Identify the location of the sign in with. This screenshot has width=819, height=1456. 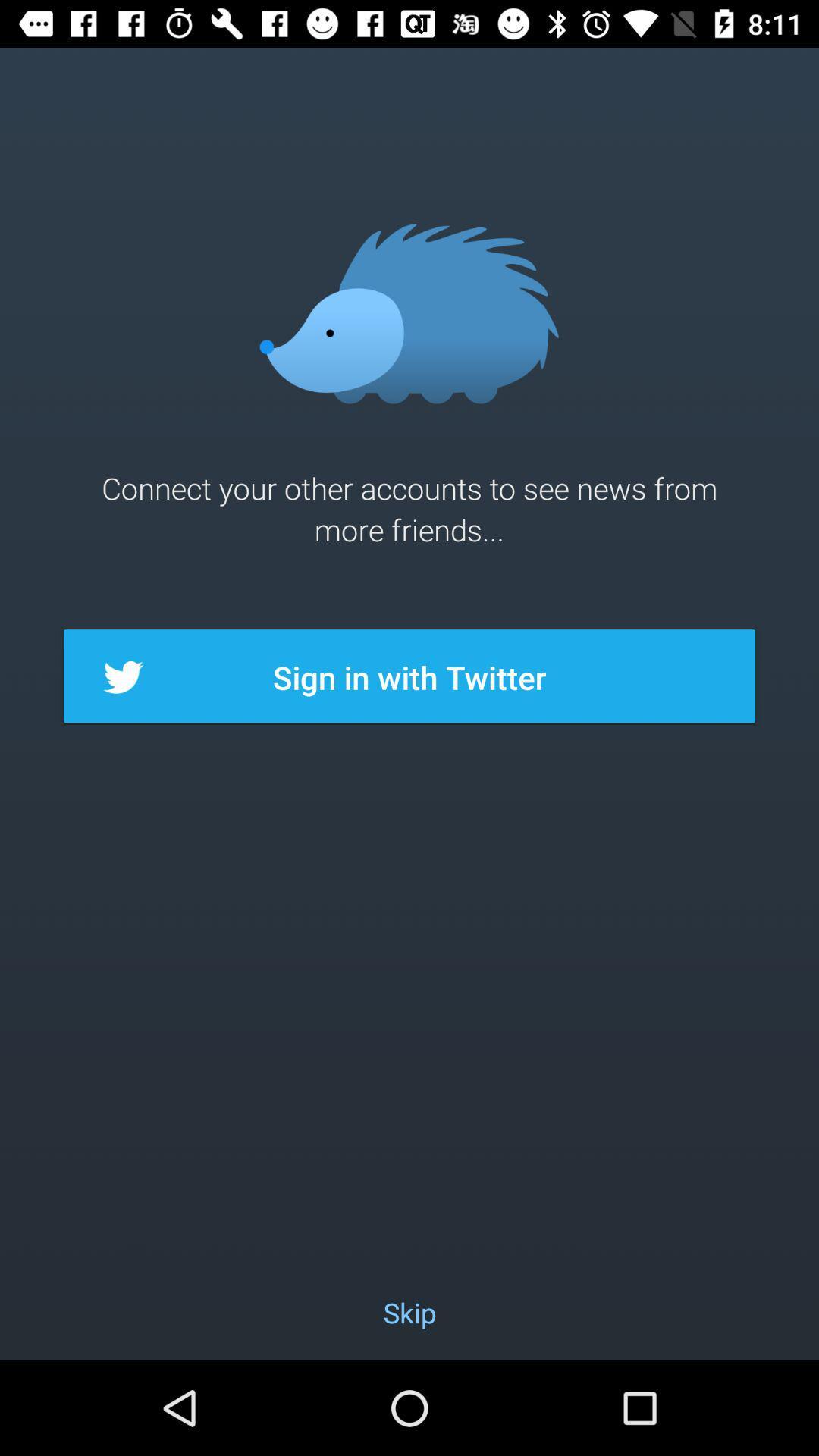
(409, 676).